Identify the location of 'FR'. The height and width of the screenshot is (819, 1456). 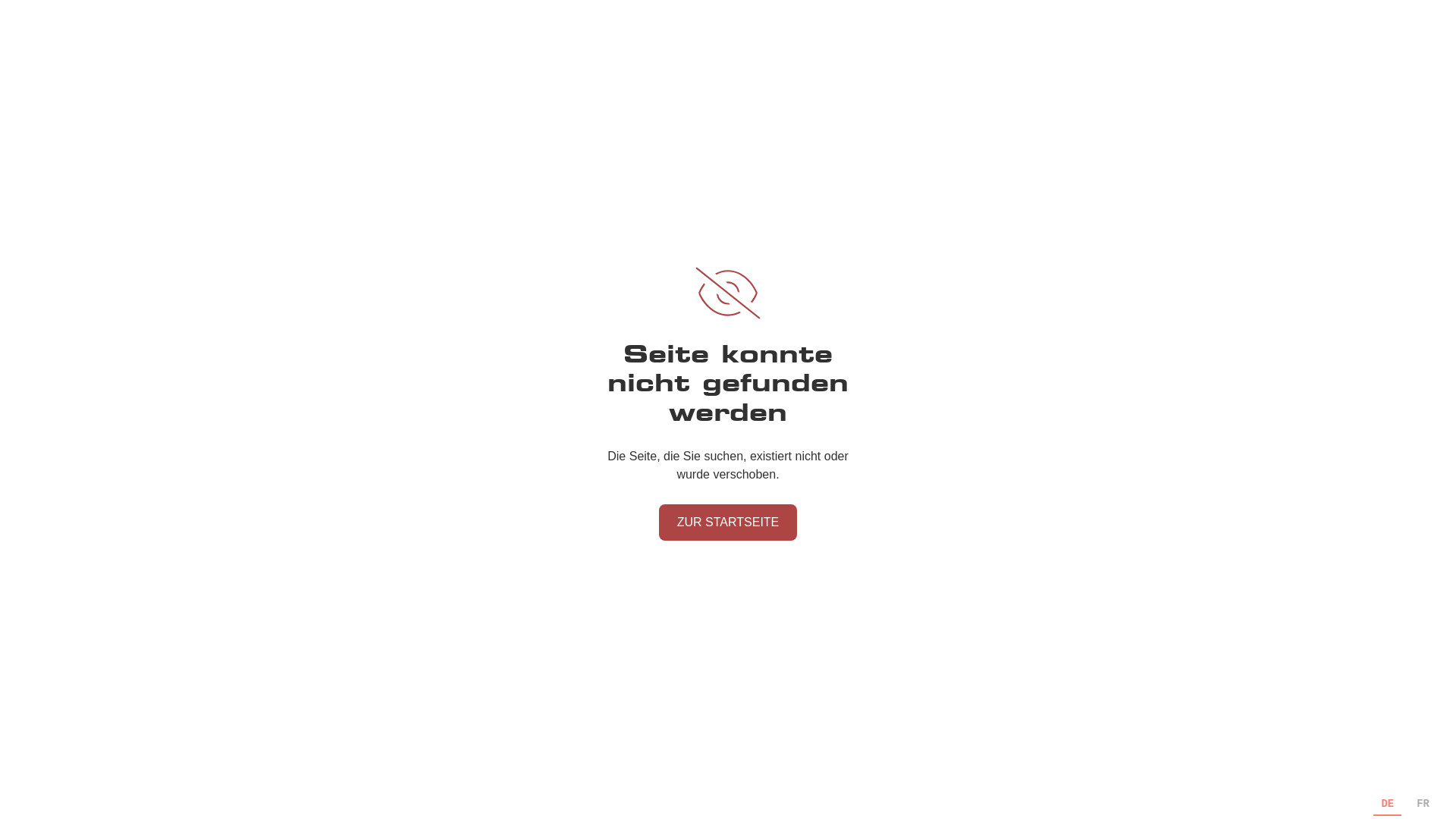
(1415, 803).